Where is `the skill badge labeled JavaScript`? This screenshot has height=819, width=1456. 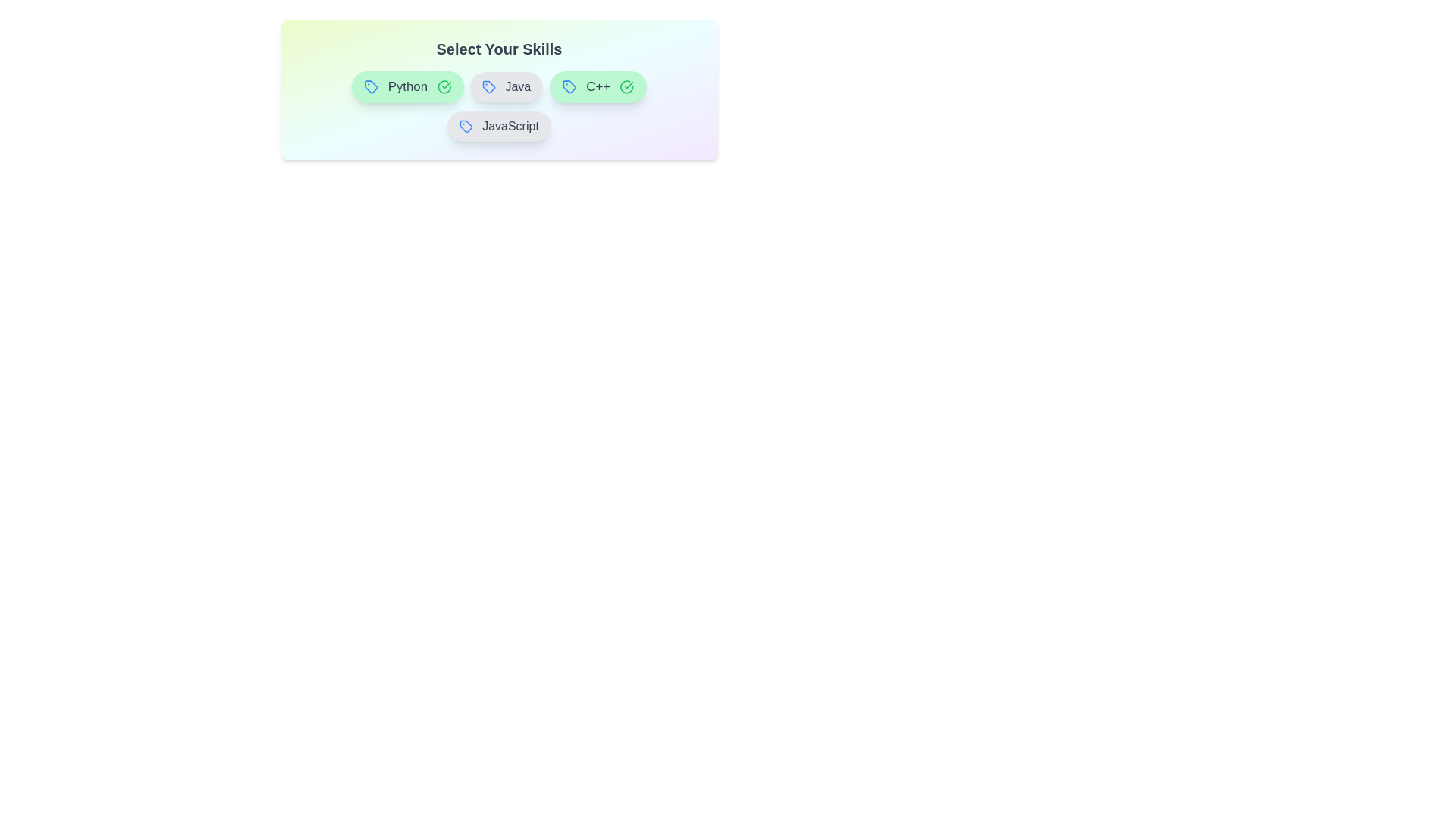 the skill badge labeled JavaScript is located at coordinates (498, 125).